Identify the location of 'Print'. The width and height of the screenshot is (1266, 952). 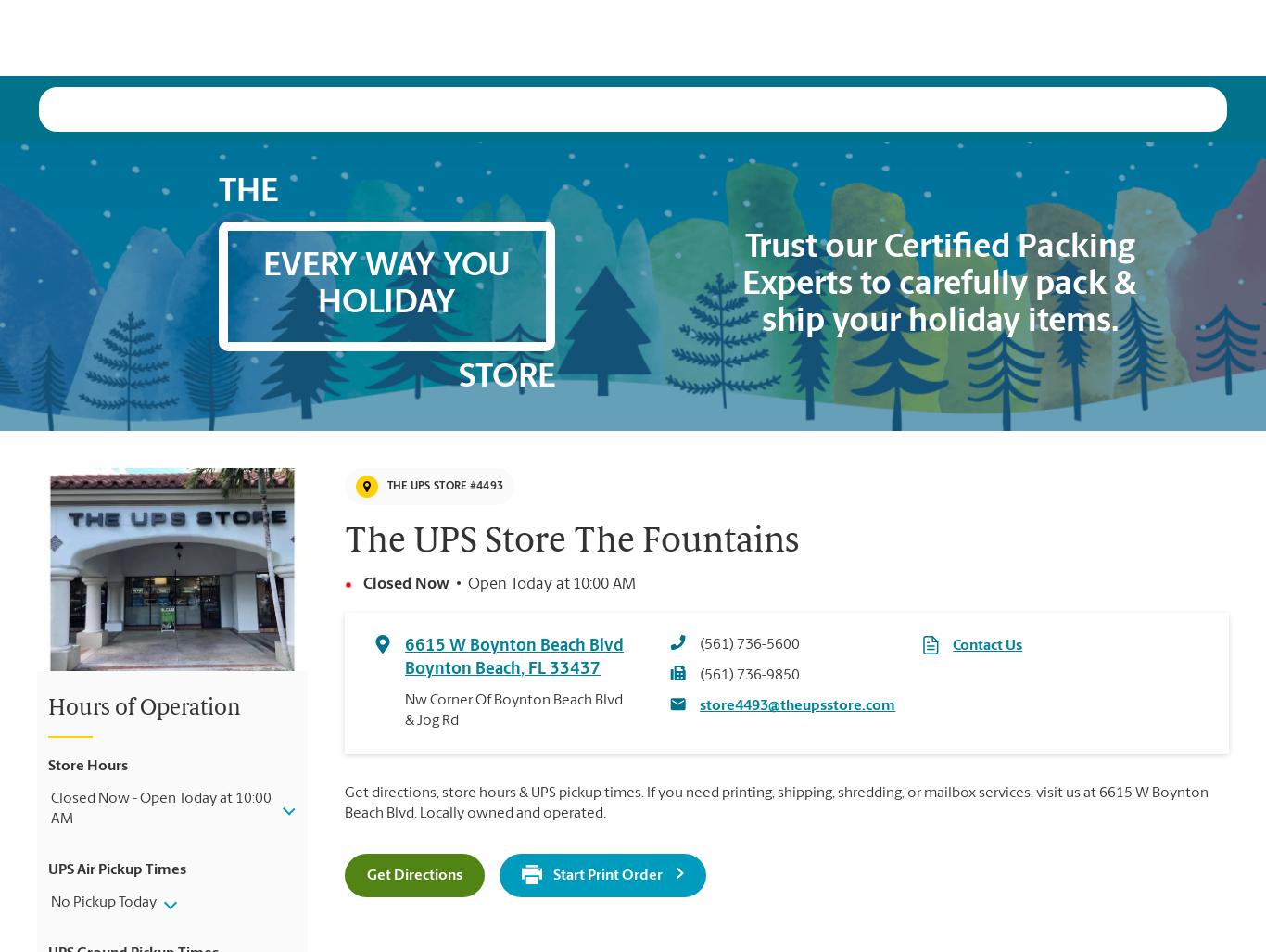
(499, 36).